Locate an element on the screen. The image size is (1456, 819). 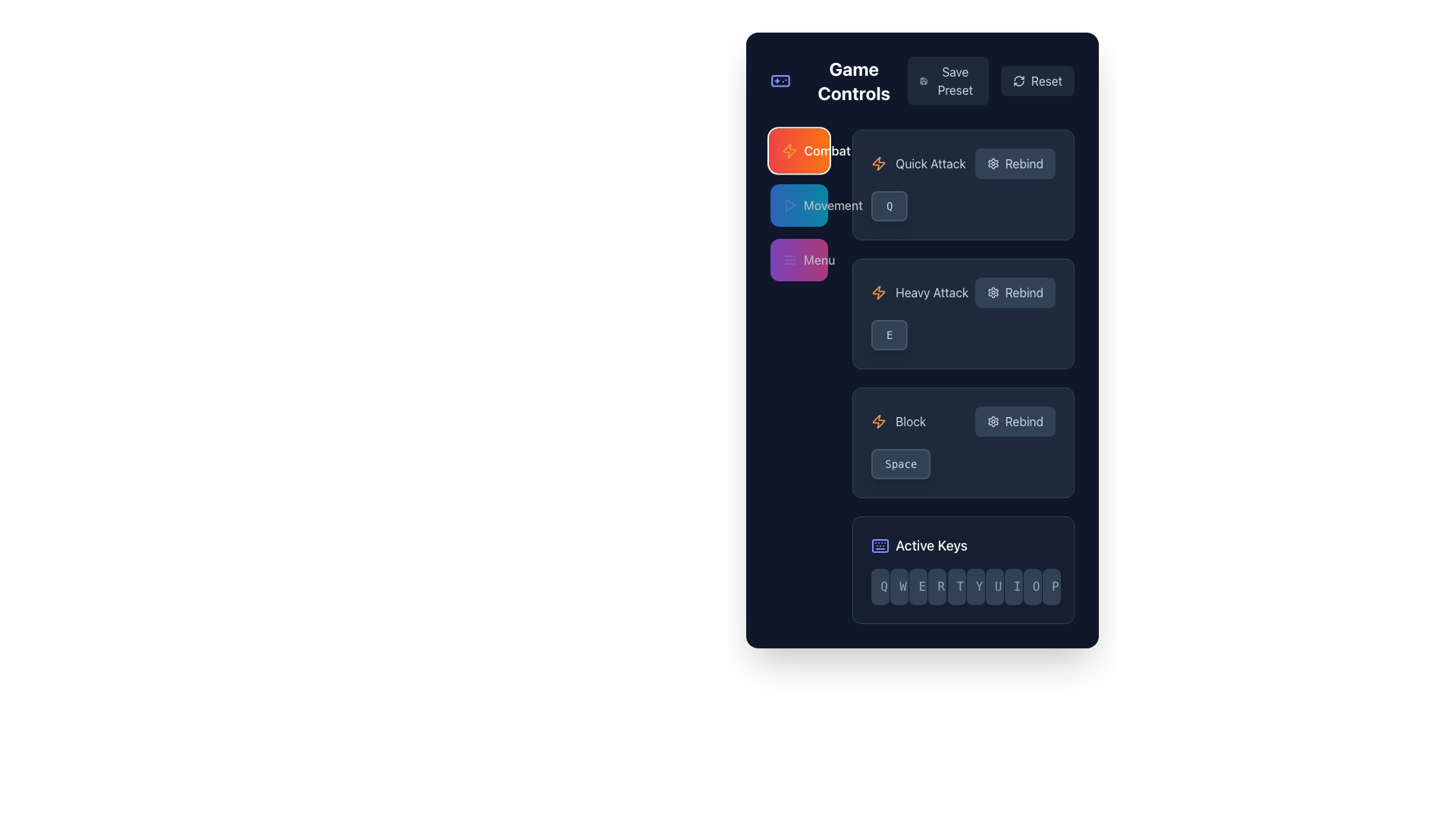
the lightning bolt icon is located at coordinates (879, 292).